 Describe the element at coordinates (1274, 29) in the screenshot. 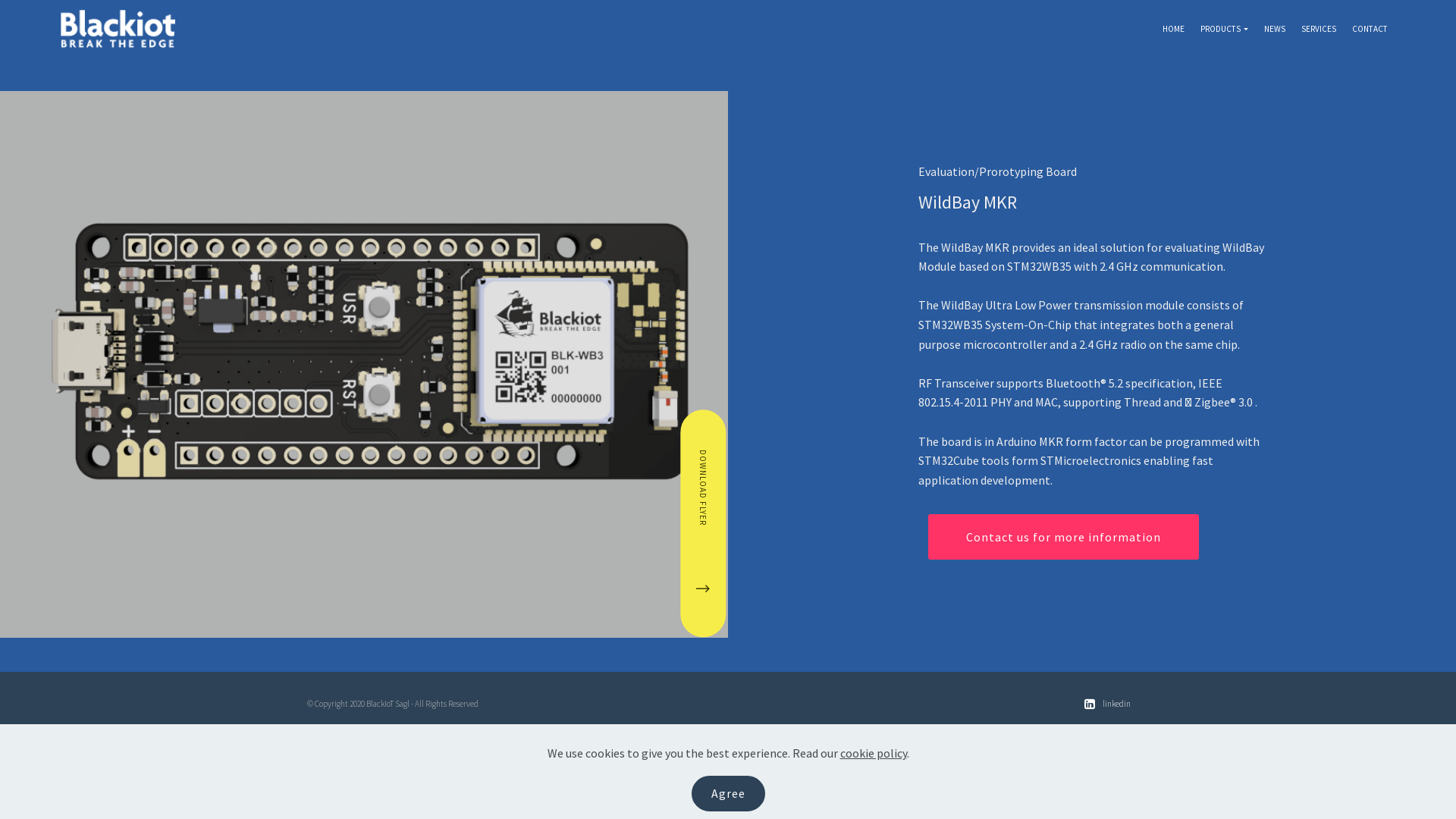

I see `'NEWS'` at that location.